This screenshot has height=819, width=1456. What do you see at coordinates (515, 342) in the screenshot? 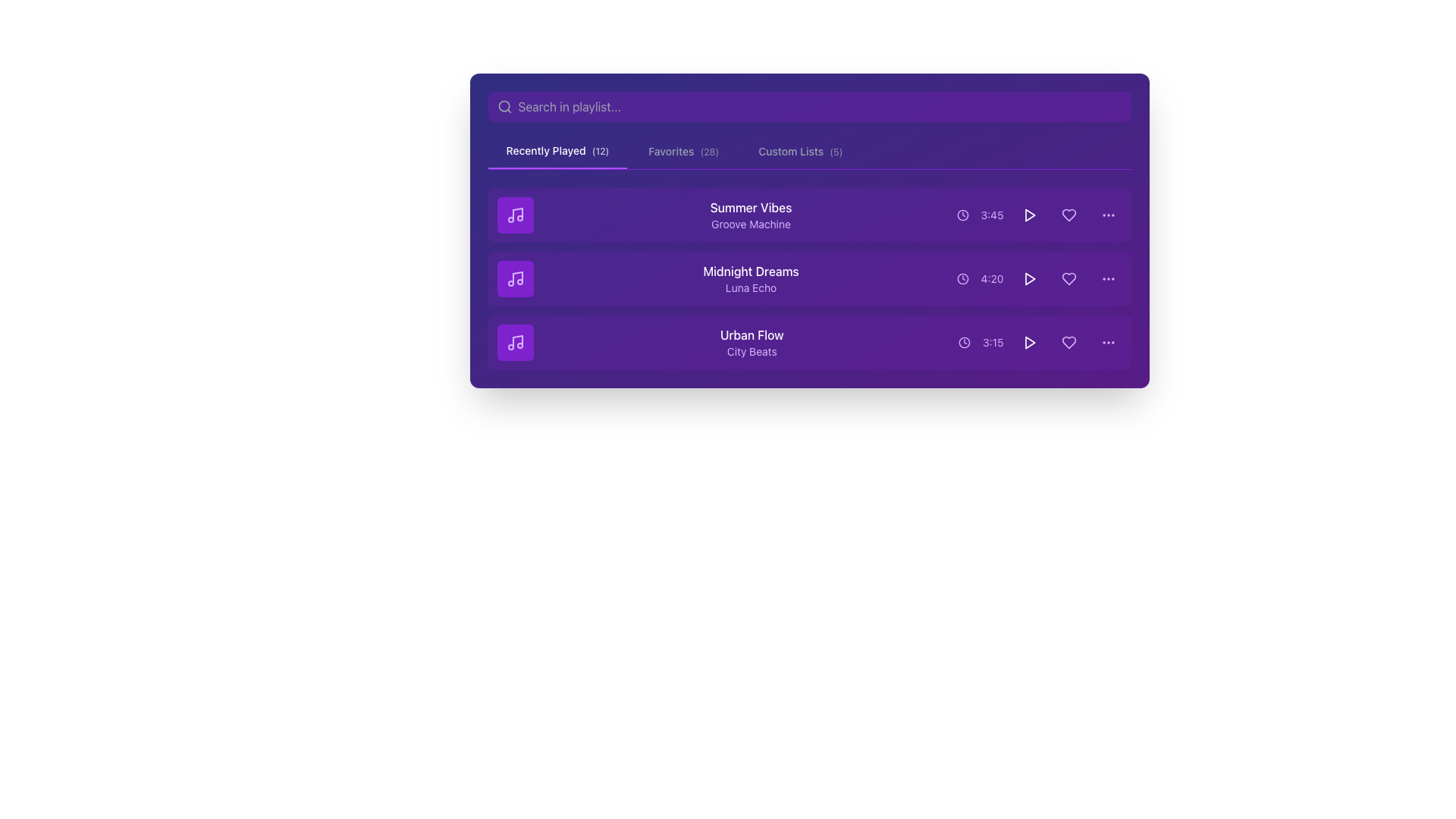
I see `the musical note icon, which is styled with a purple hue and located in a rounded square at the bottom of the vertical list of icons on the left side of the interface` at bounding box center [515, 342].